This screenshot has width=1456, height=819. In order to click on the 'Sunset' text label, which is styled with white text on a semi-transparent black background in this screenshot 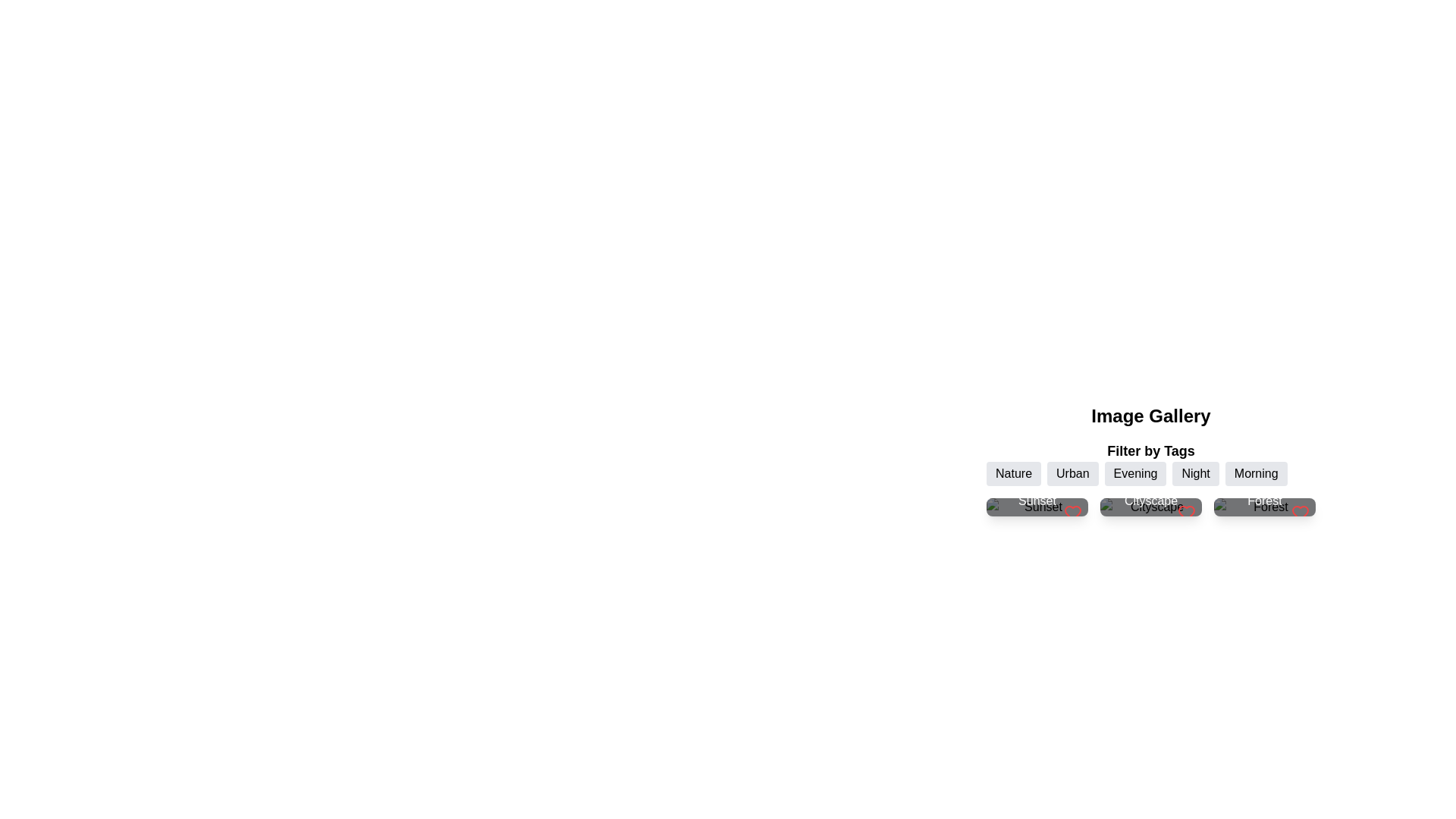, I will do `click(1037, 500)`.